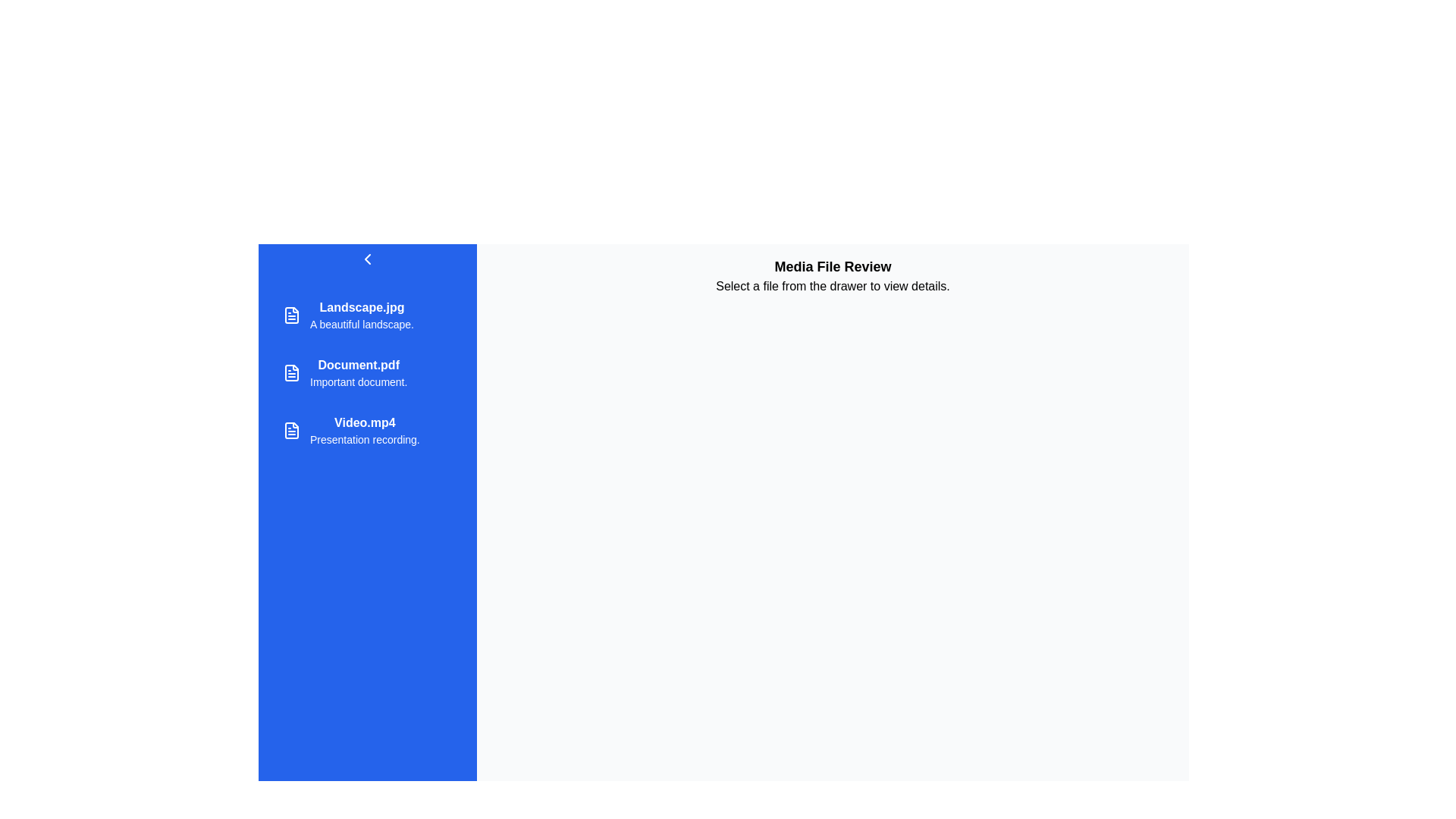 The height and width of the screenshot is (819, 1456). I want to click on the leftward-pointing chevron icon button located at the top left corner of the sidebar, so click(367, 259).